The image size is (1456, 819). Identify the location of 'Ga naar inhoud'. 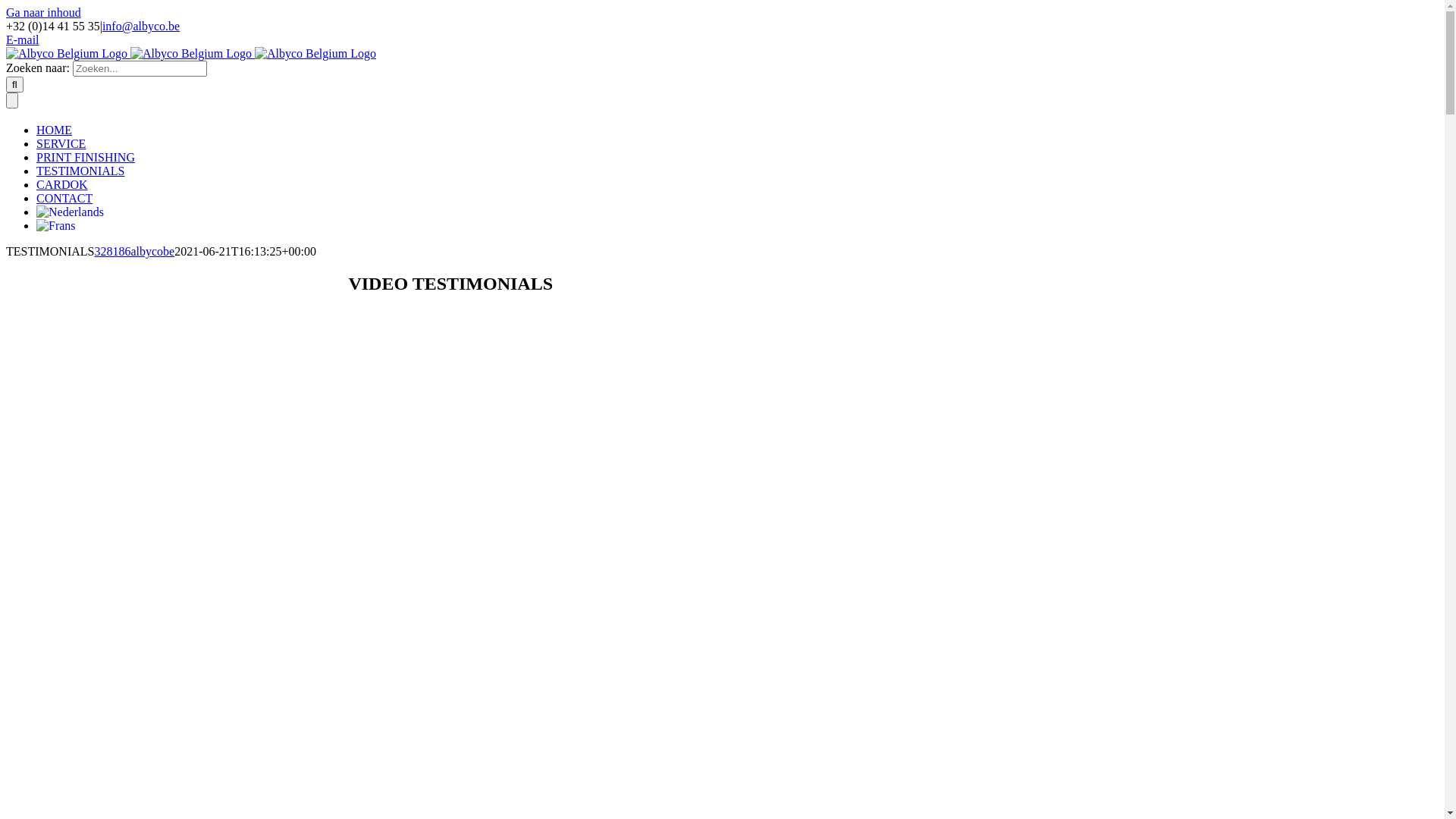
(43, 12).